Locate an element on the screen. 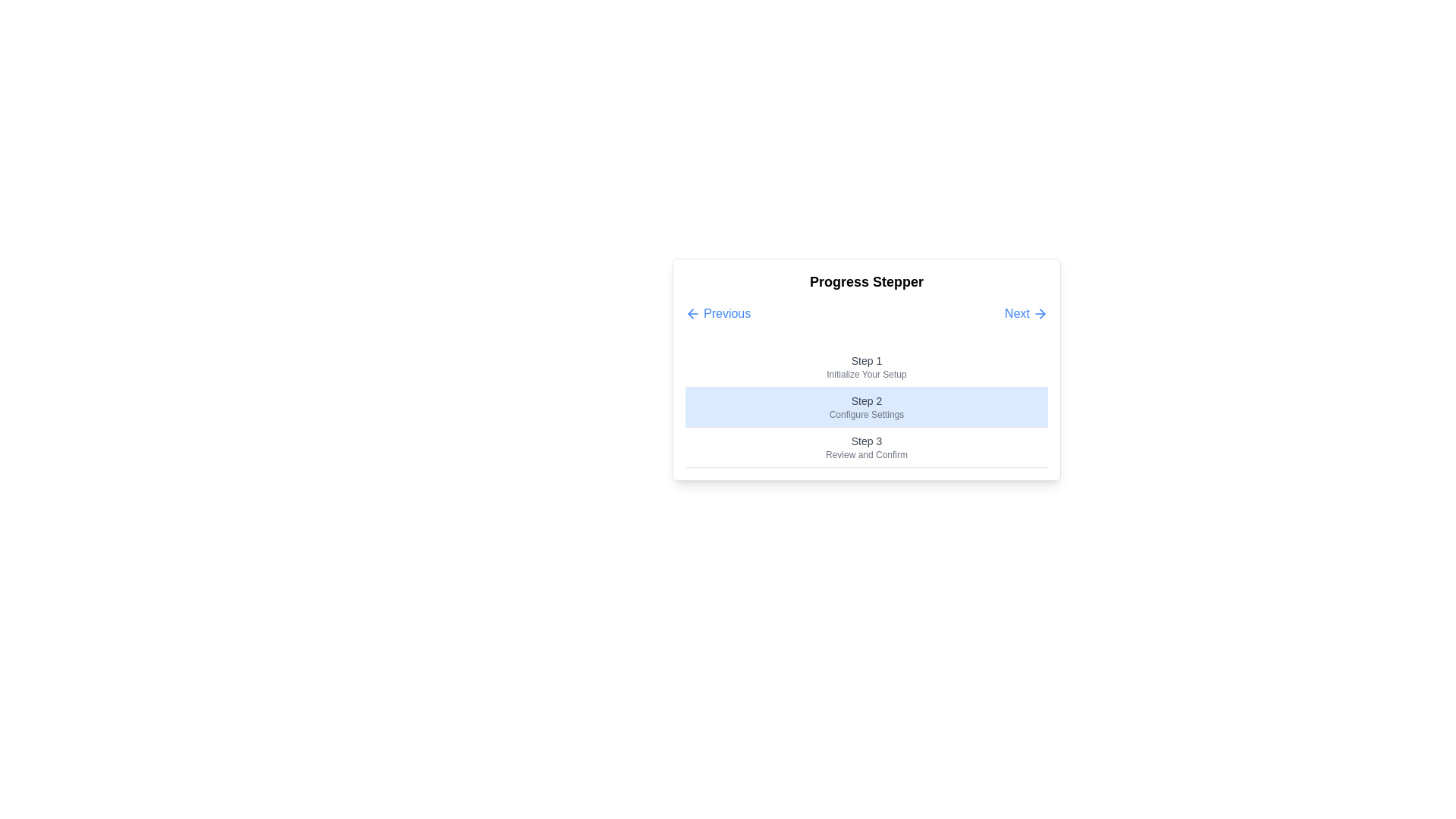 The width and height of the screenshot is (1456, 819). the text label displaying 'Initialize Your Setup', which is located directly below the 'Step 1' text in the stepper component is located at coordinates (866, 374).